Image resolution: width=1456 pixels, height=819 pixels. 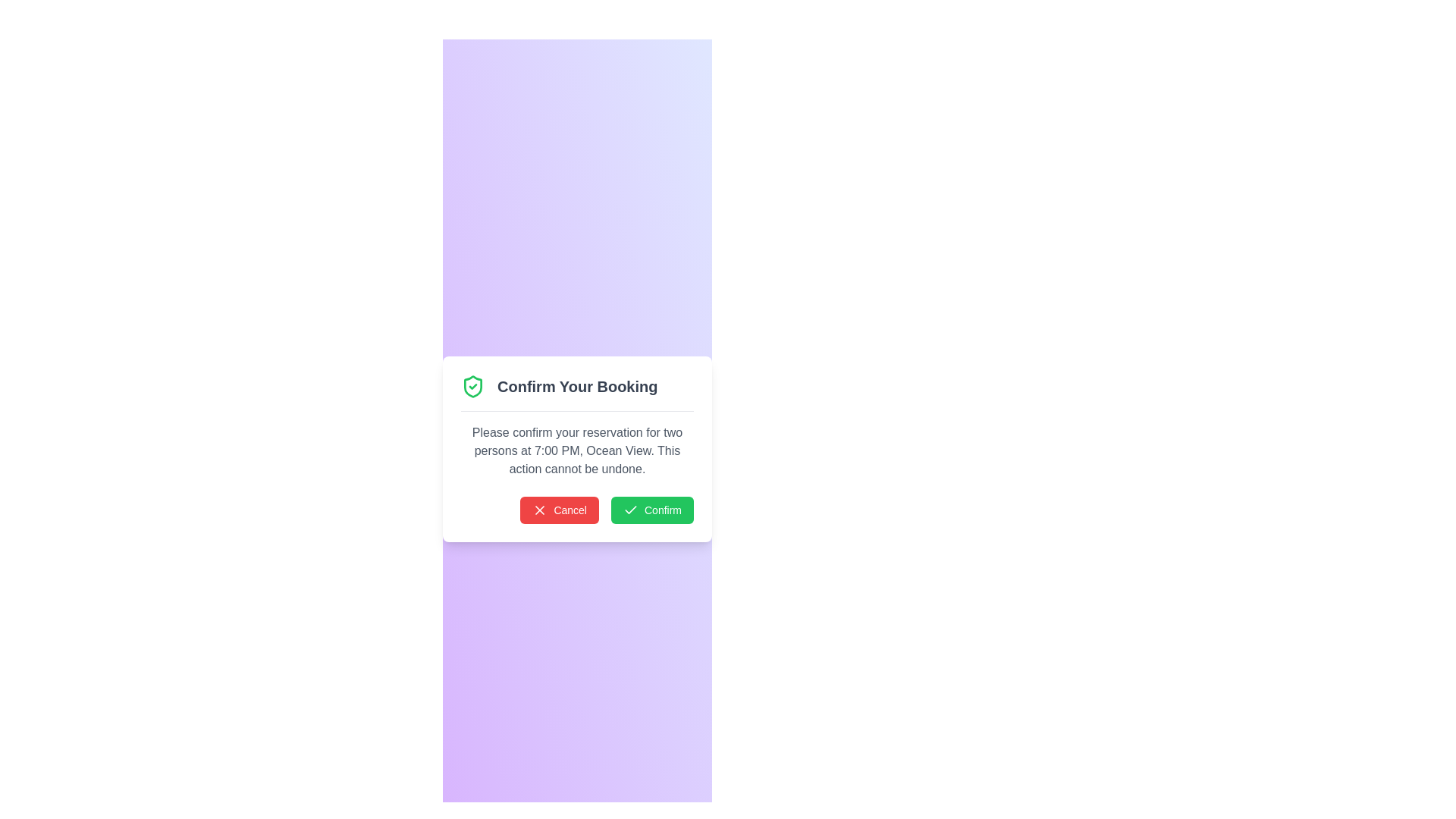 What do you see at coordinates (663, 510) in the screenshot?
I see `the 'Confirm' text label within the rightmost button on the confirmation modal, which indicates that clicking this button will confirm the user's action or selection` at bounding box center [663, 510].